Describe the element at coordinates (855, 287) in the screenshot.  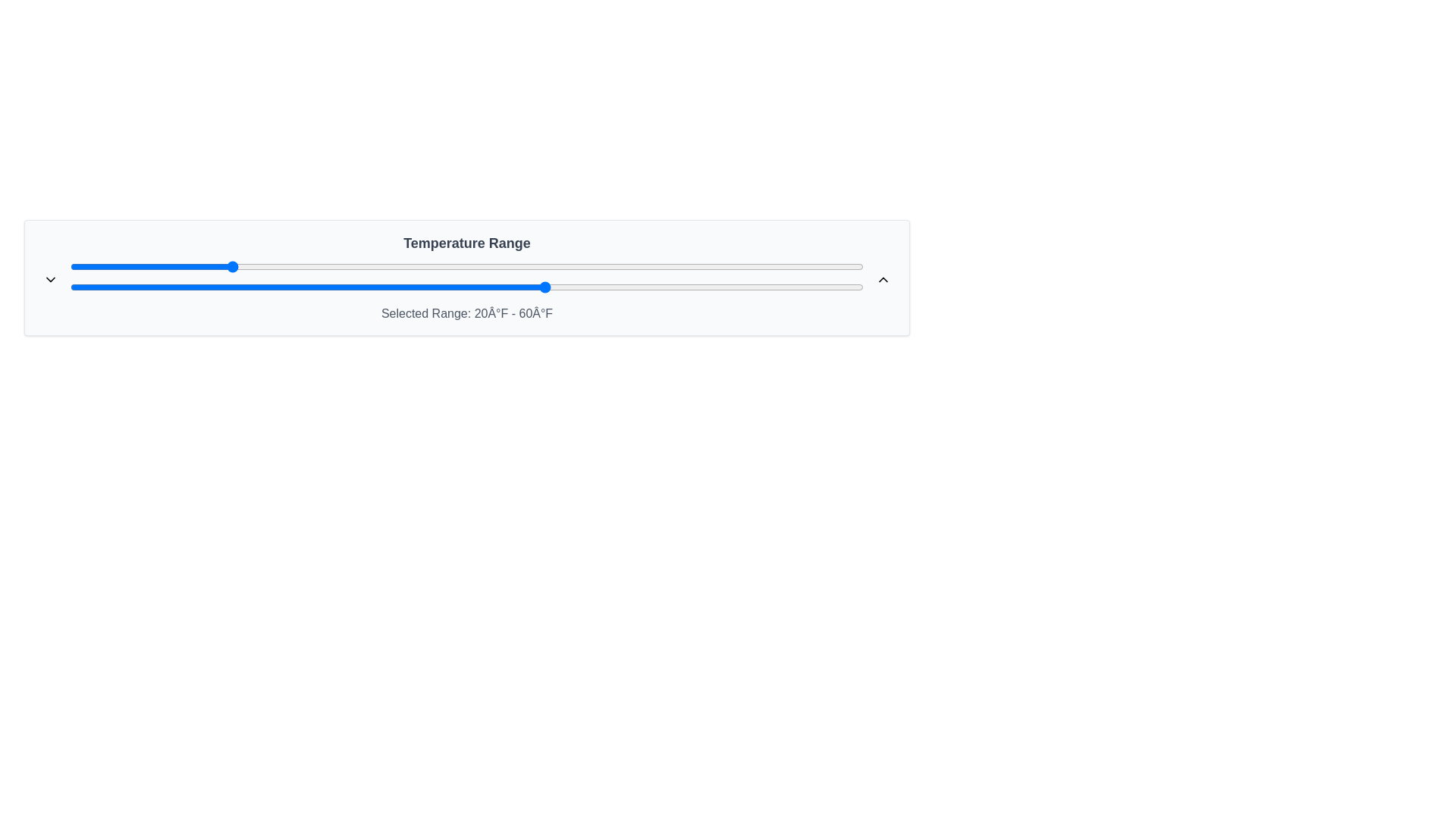
I see `the slider` at that location.